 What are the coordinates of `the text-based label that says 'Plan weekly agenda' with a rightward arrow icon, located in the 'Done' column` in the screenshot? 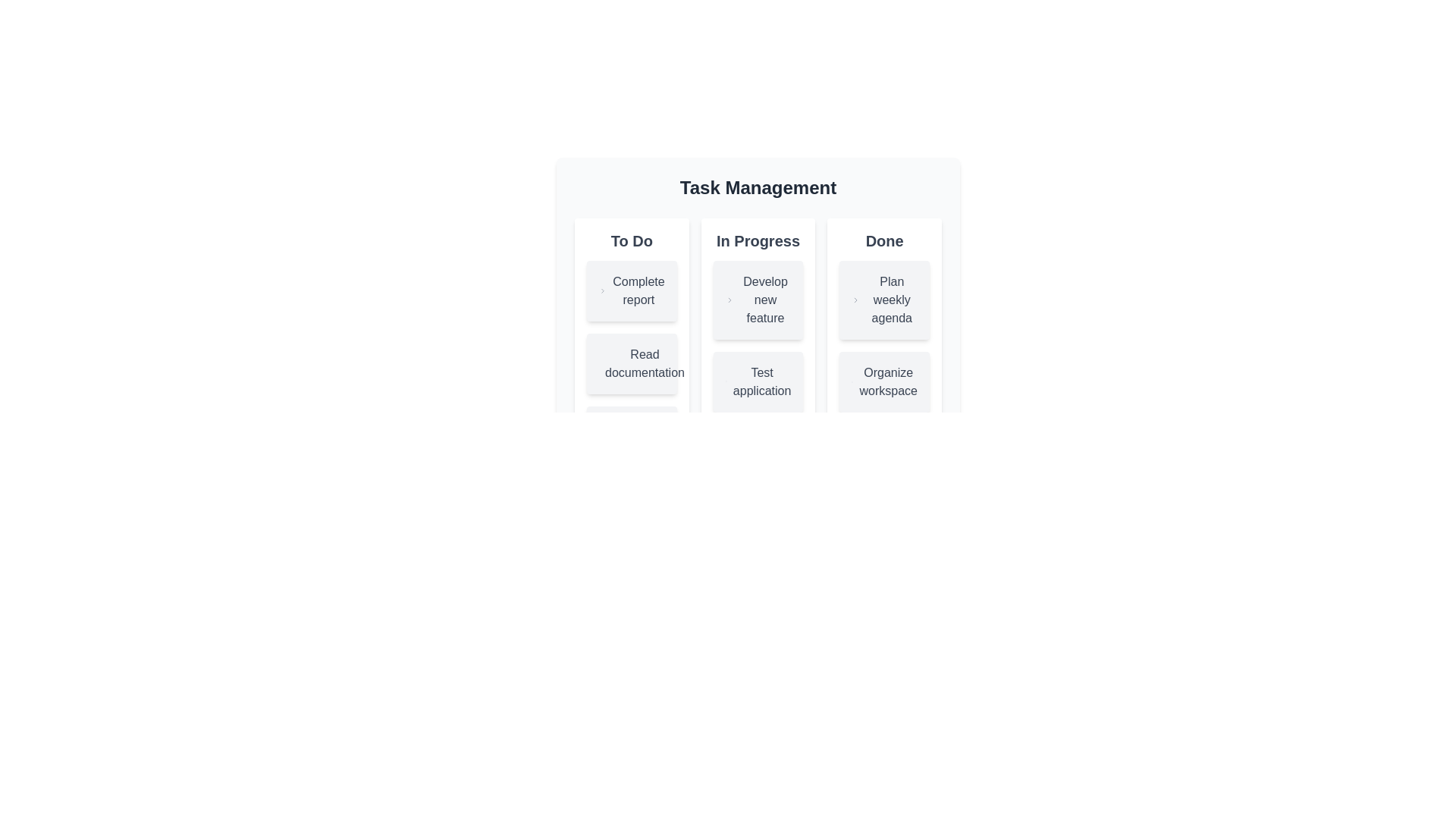 It's located at (884, 300).